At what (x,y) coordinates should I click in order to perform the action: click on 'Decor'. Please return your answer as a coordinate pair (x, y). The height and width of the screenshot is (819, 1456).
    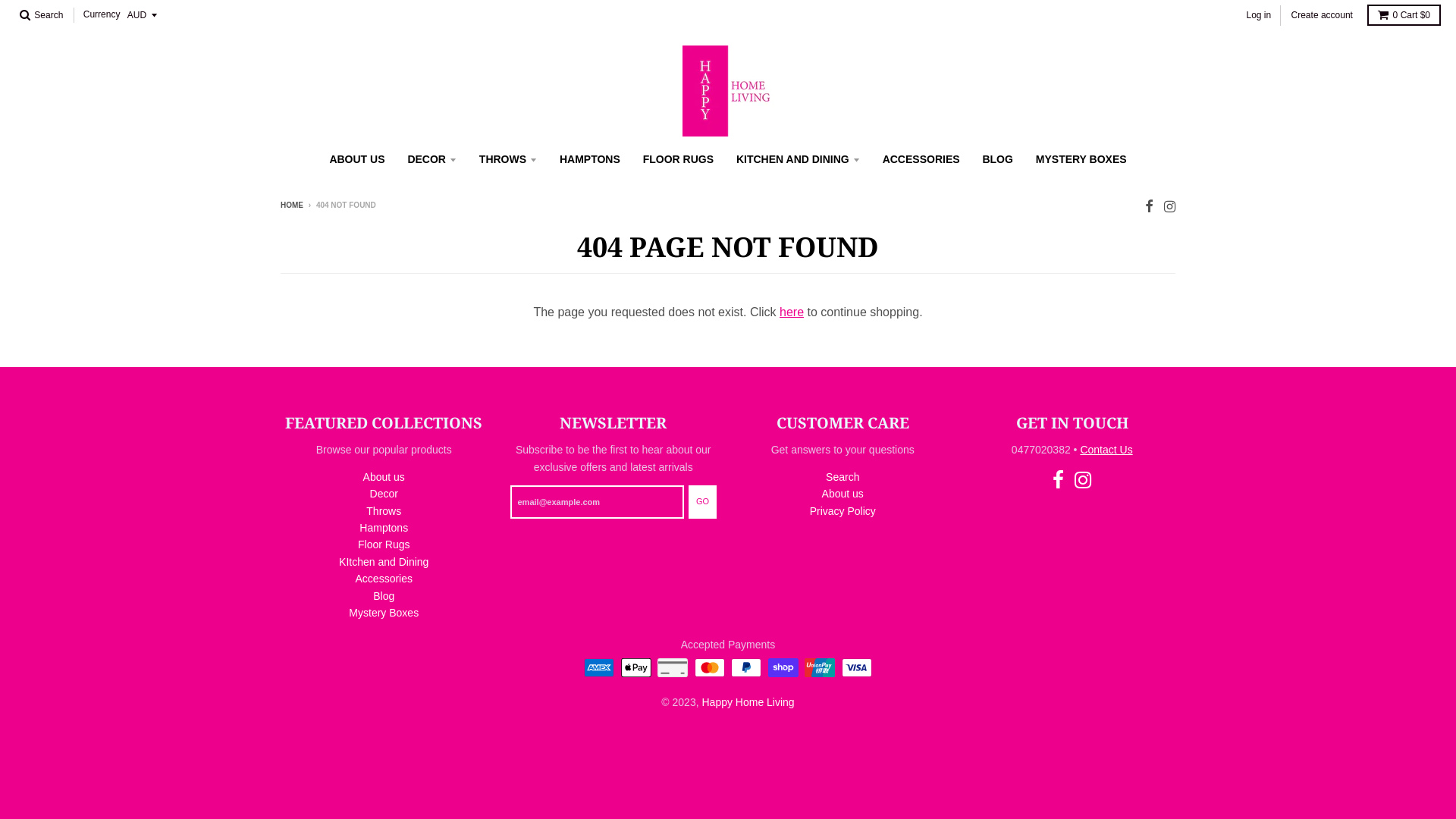
    Looking at the image, I should click on (370, 494).